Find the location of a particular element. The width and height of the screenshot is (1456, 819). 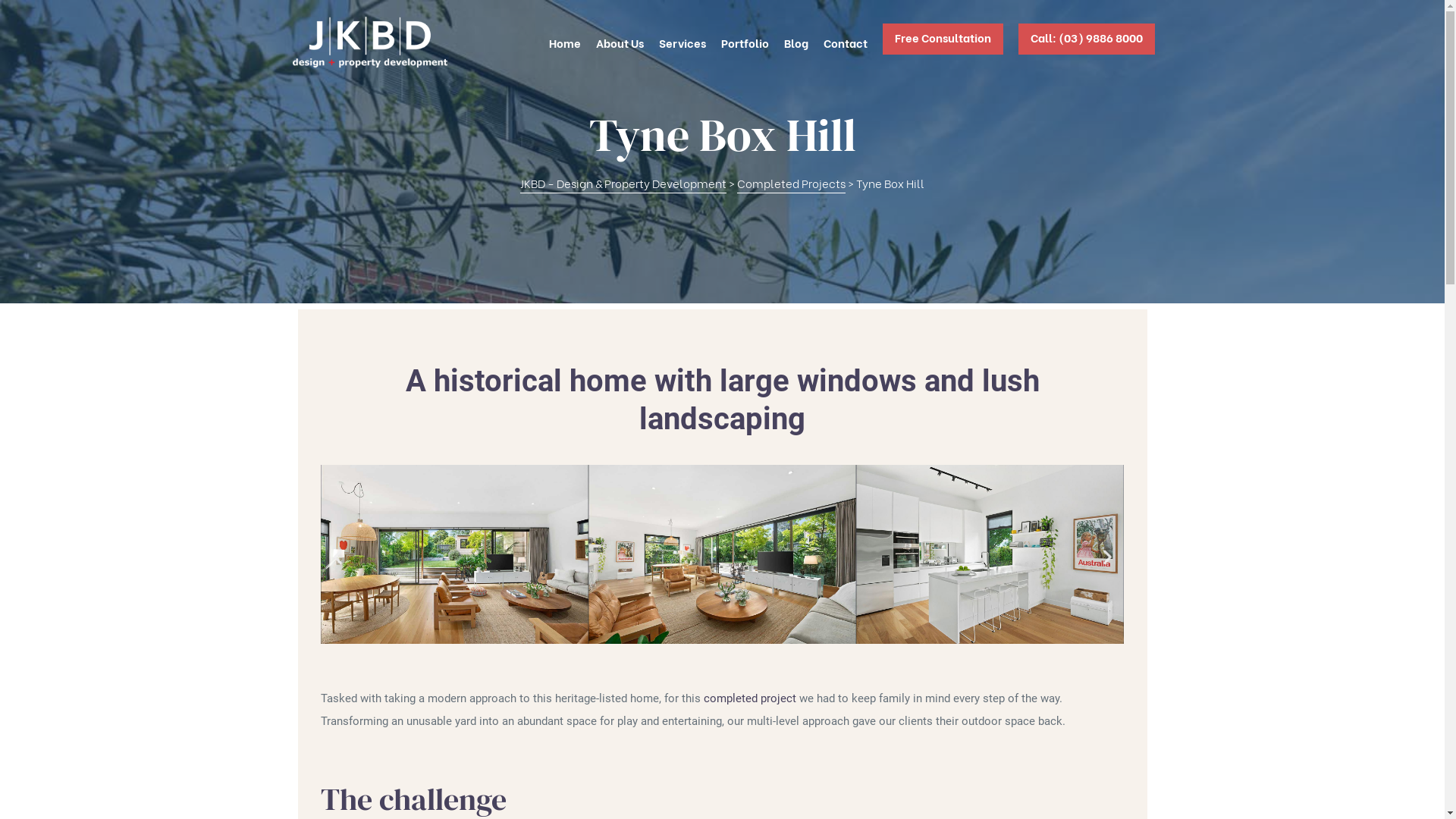

'Contact' is located at coordinates (844, 42).